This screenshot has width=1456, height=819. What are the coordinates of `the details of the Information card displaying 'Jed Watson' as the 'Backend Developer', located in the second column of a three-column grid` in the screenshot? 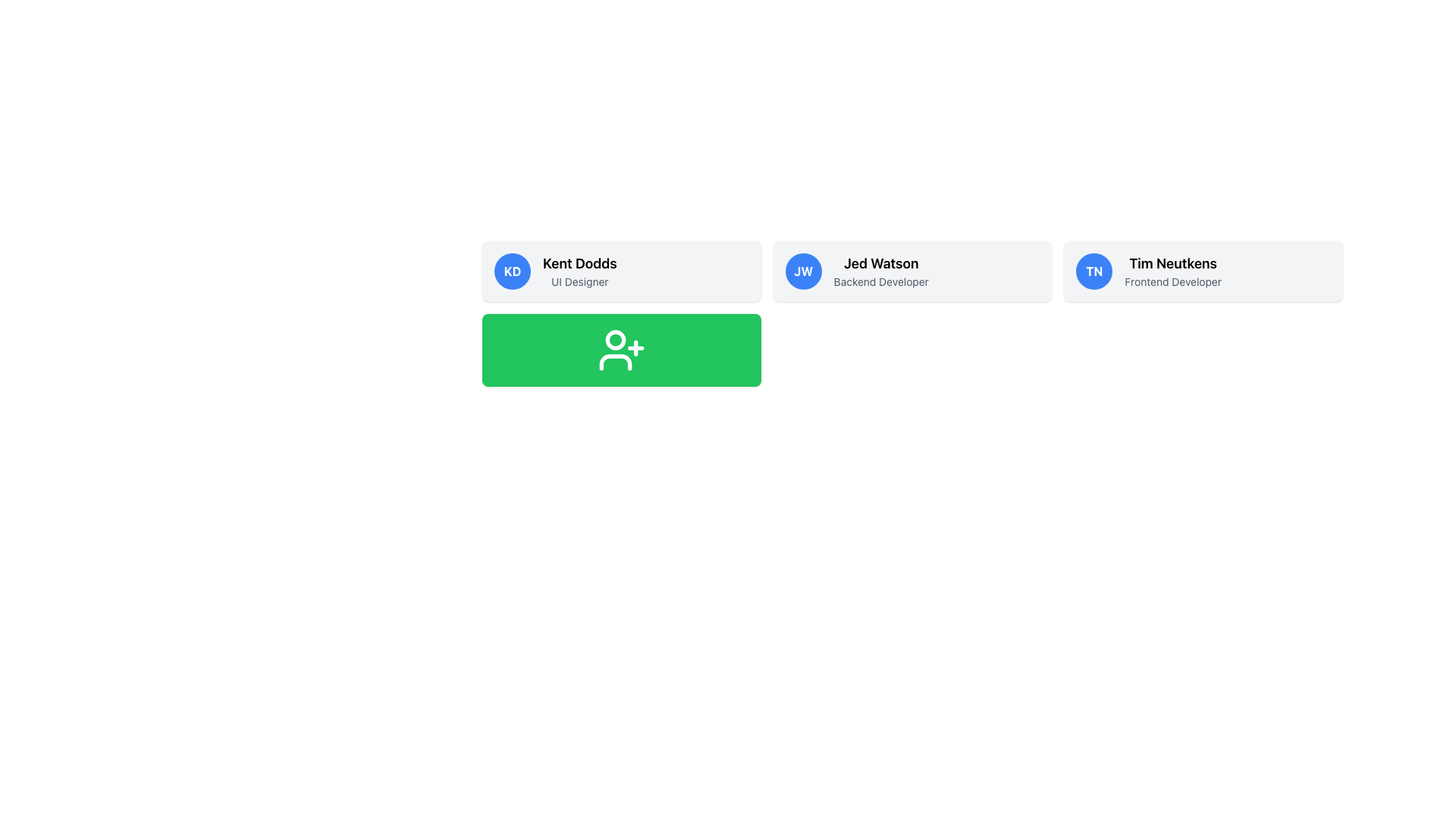 It's located at (912, 271).